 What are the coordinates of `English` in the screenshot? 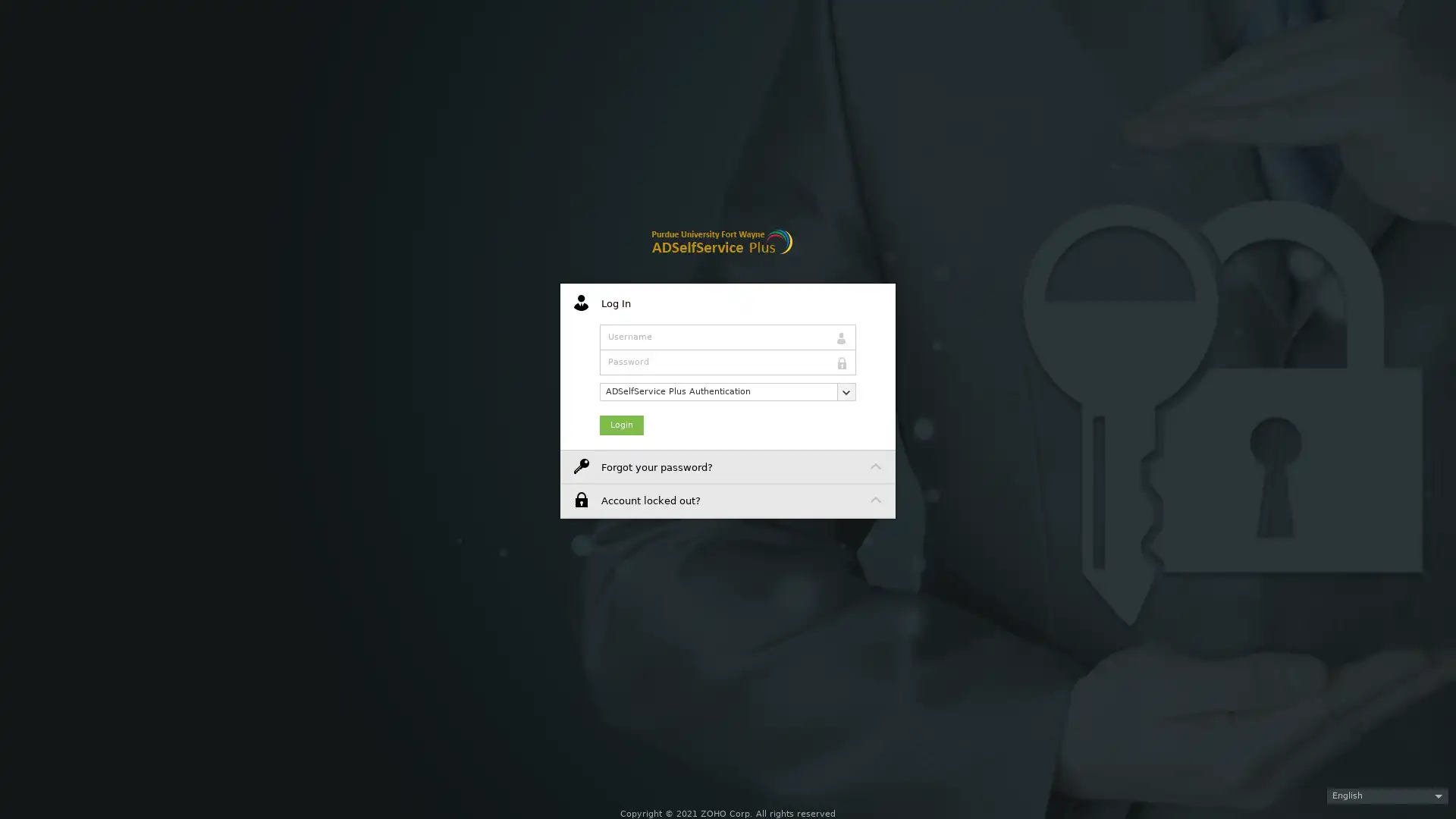 It's located at (1387, 795).